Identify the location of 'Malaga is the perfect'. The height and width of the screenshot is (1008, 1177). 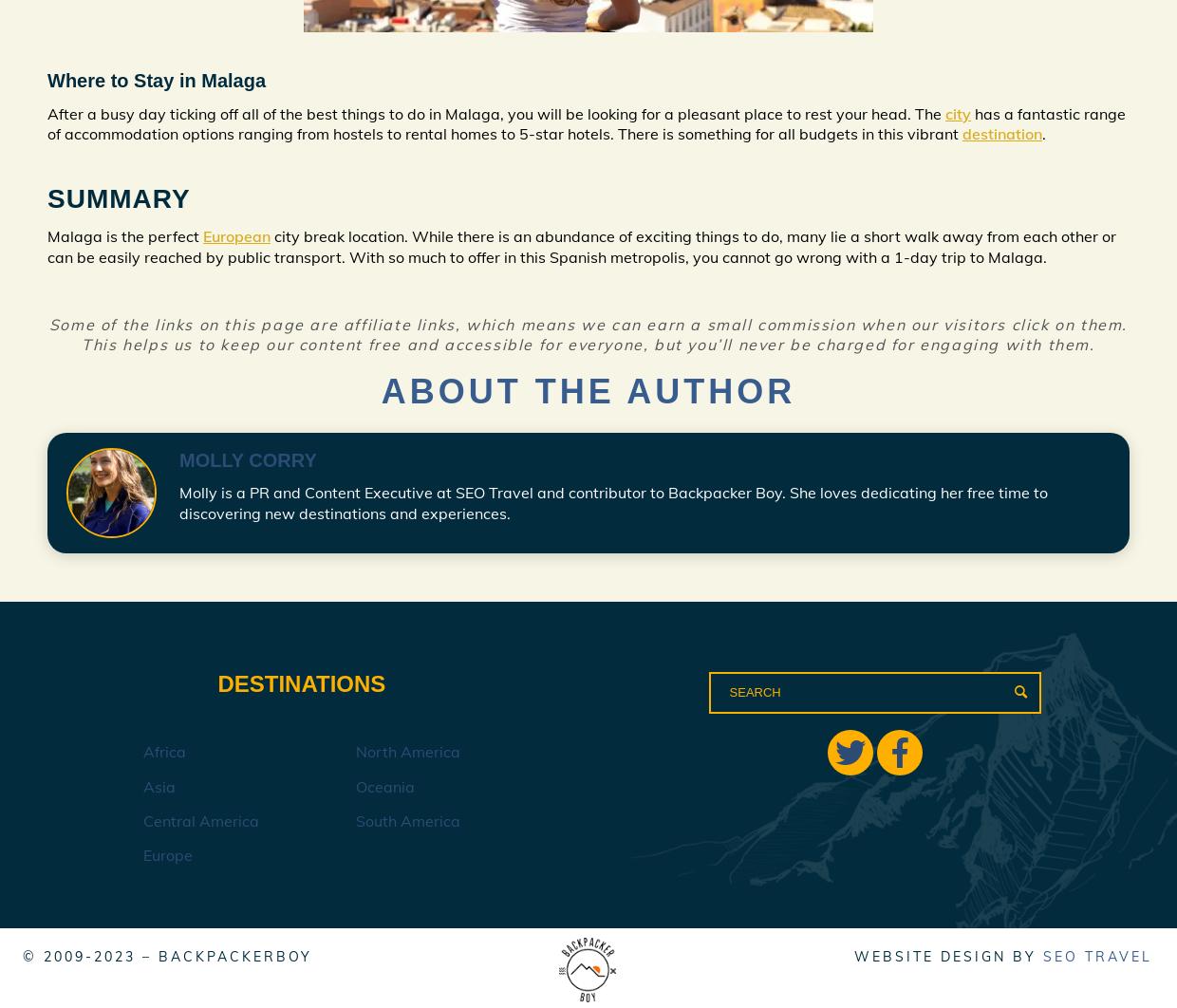
(125, 236).